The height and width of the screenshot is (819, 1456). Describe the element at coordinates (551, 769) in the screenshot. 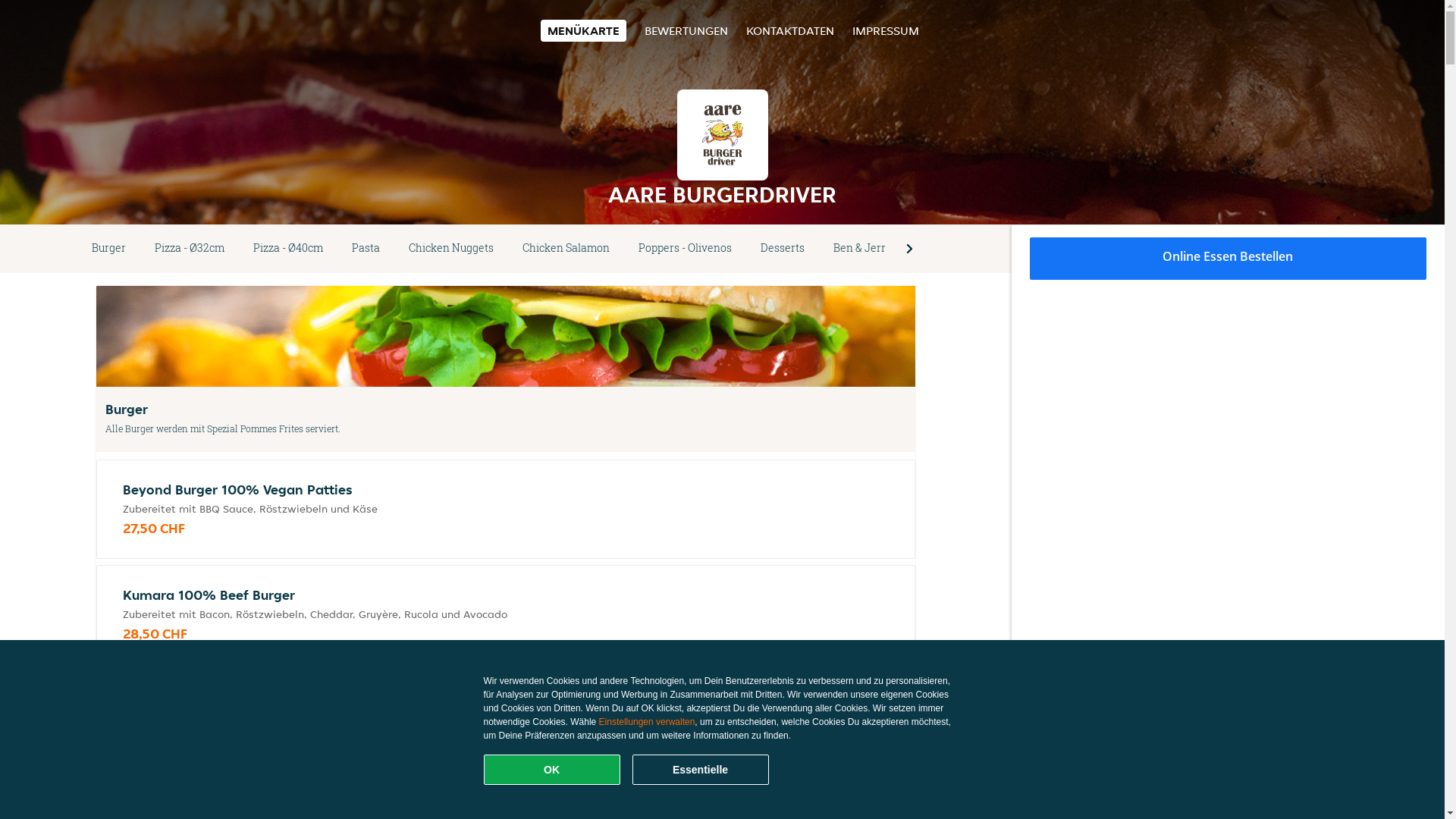

I see `'OK'` at that location.